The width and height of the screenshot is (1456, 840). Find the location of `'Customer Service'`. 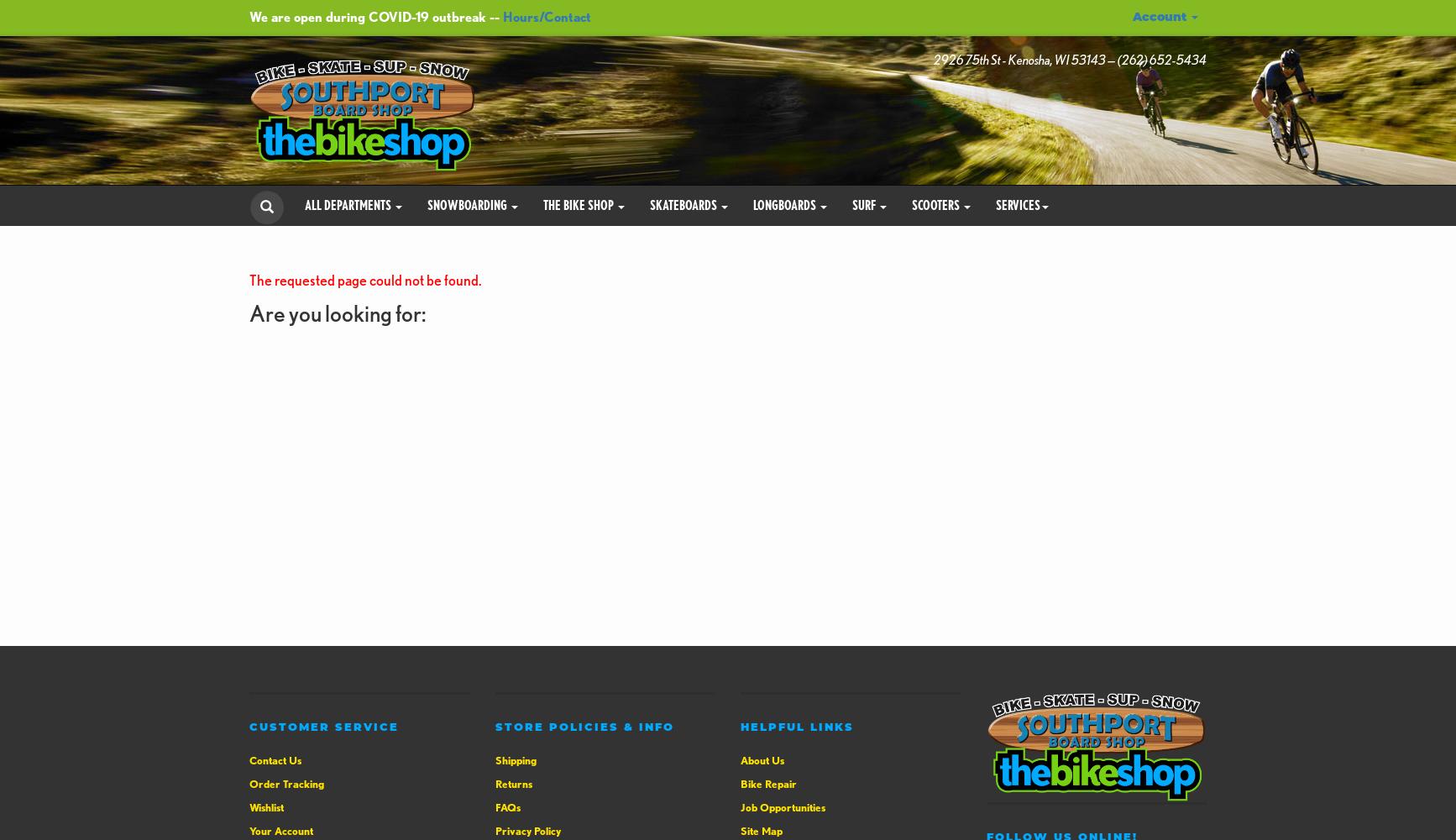

'Customer Service' is located at coordinates (249, 725).